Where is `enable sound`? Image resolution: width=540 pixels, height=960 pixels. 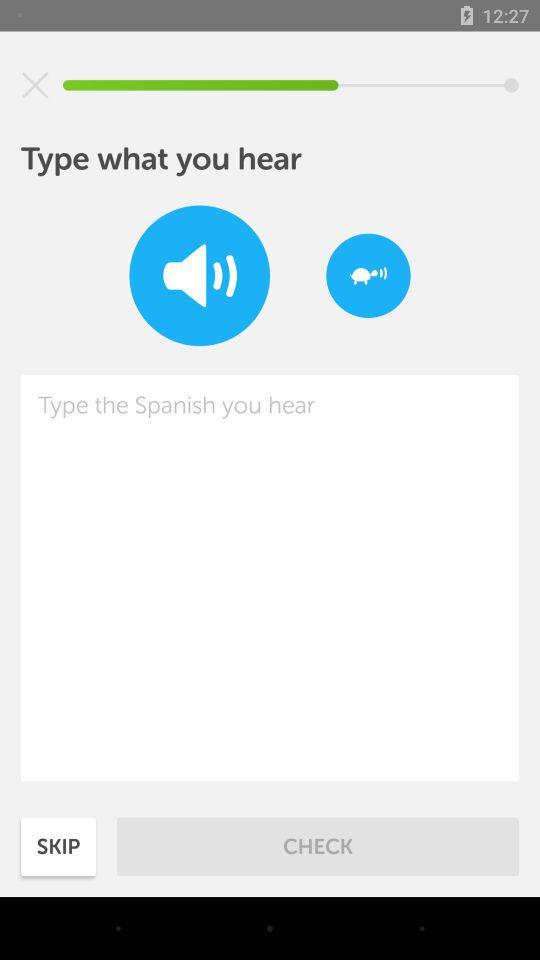 enable sound is located at coordinates (199, 274).